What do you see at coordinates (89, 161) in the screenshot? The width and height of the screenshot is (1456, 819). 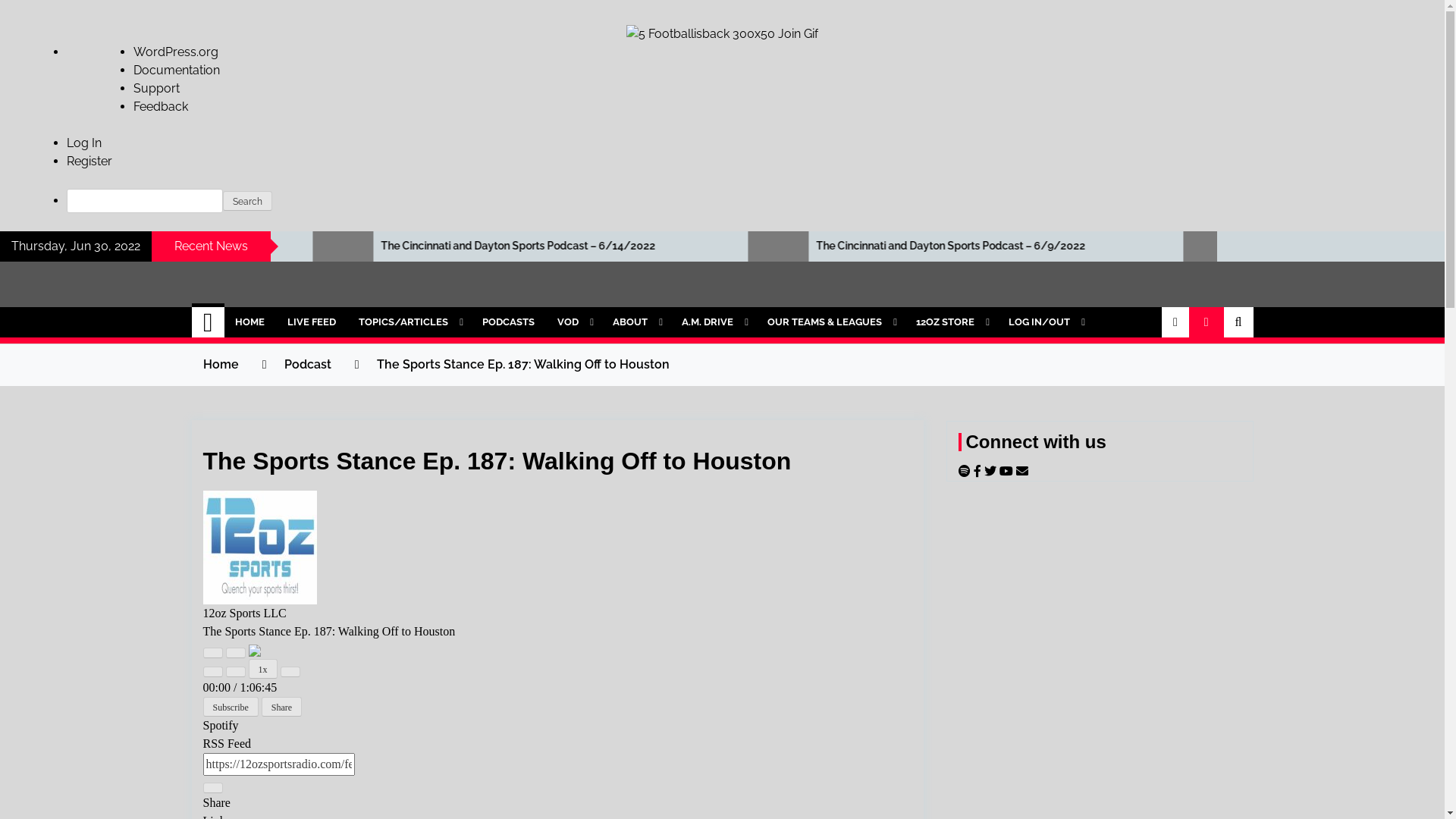 I see `'Register'` at bounding box center [89, 161].